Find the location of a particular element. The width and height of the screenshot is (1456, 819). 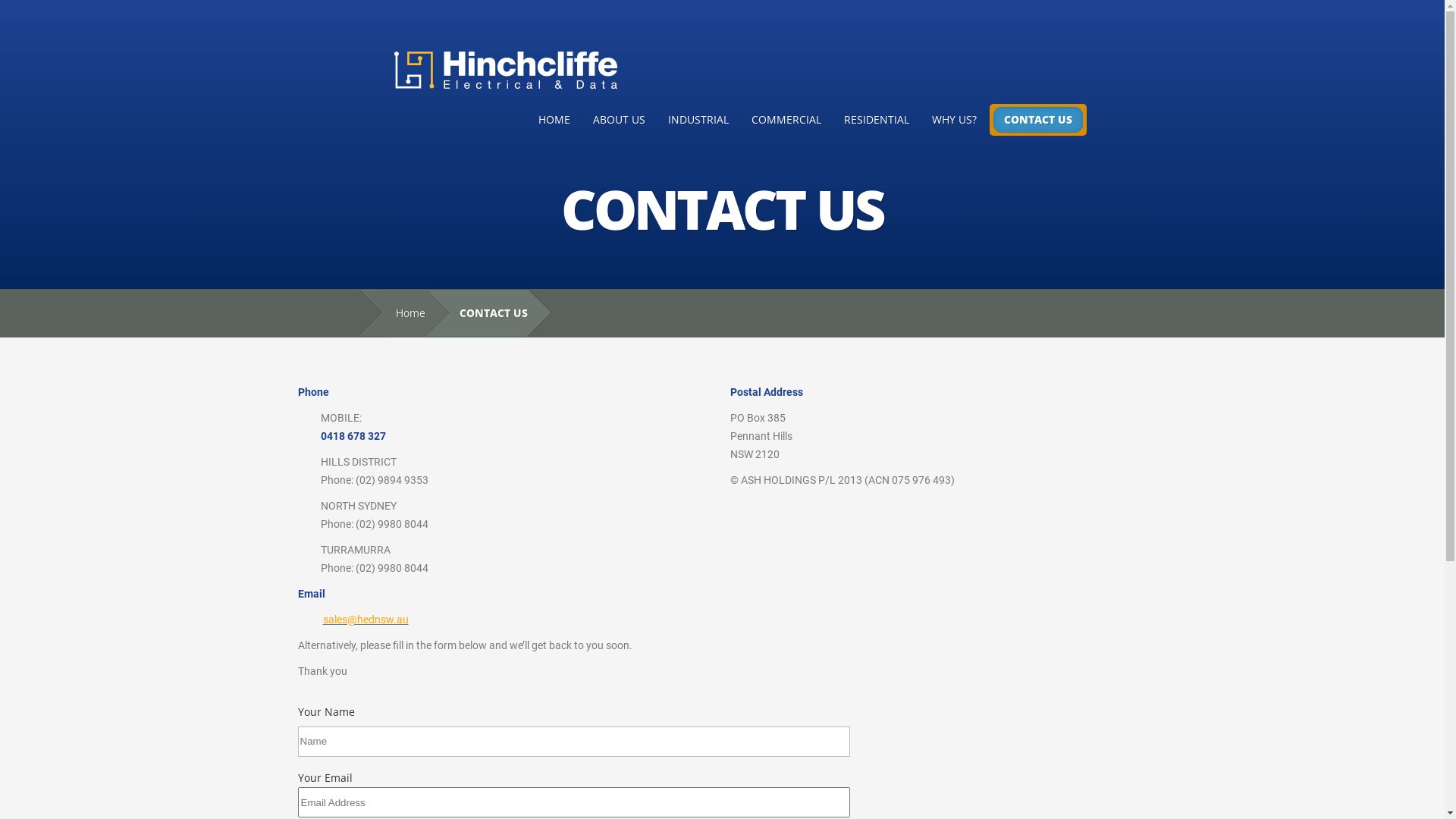

'ABOUT US' is located at coordinates (618, 119).